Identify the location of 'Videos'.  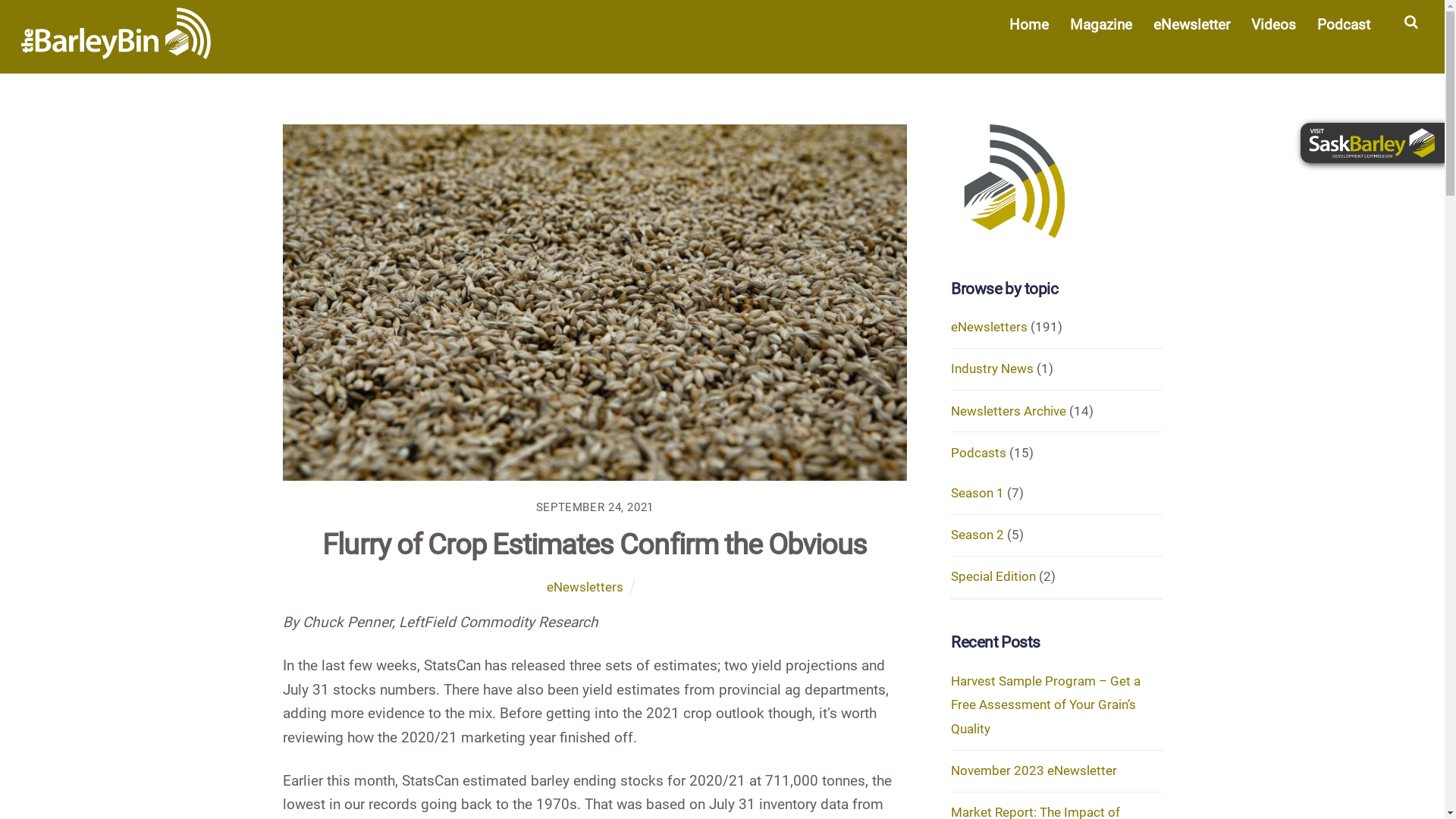
(1273, 24).